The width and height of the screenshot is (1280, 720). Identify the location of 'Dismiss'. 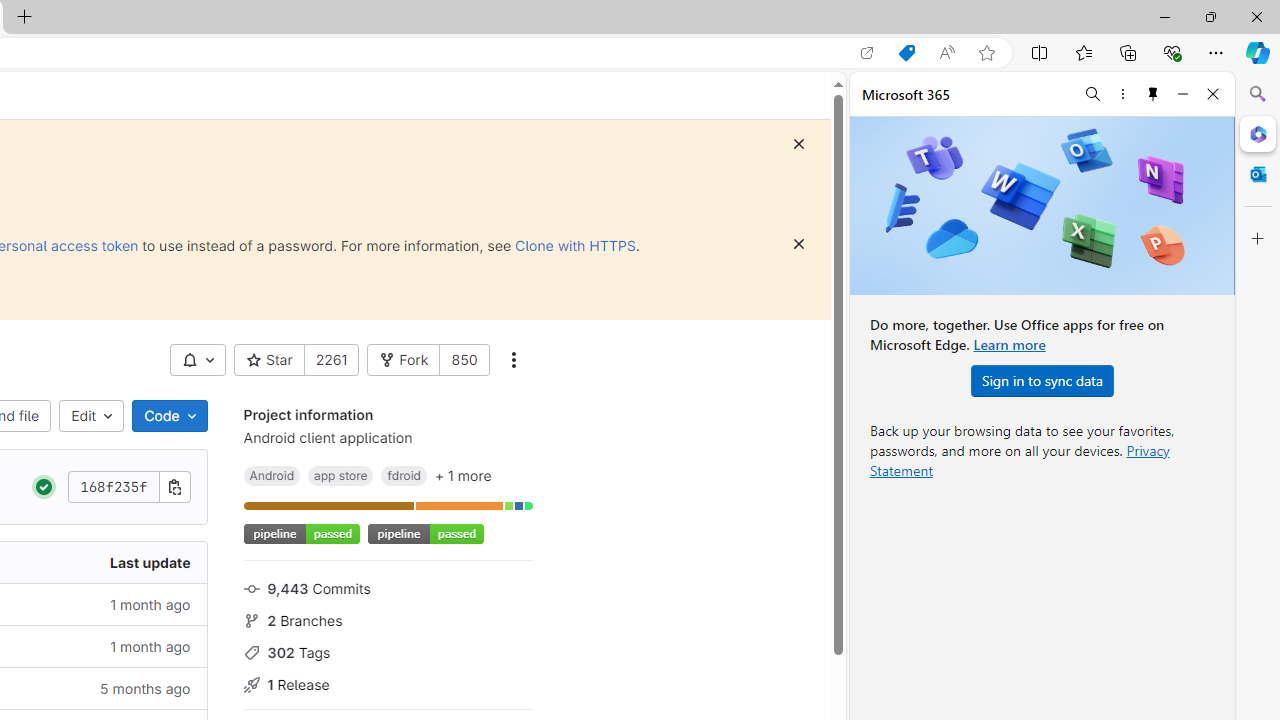
(798, 243).